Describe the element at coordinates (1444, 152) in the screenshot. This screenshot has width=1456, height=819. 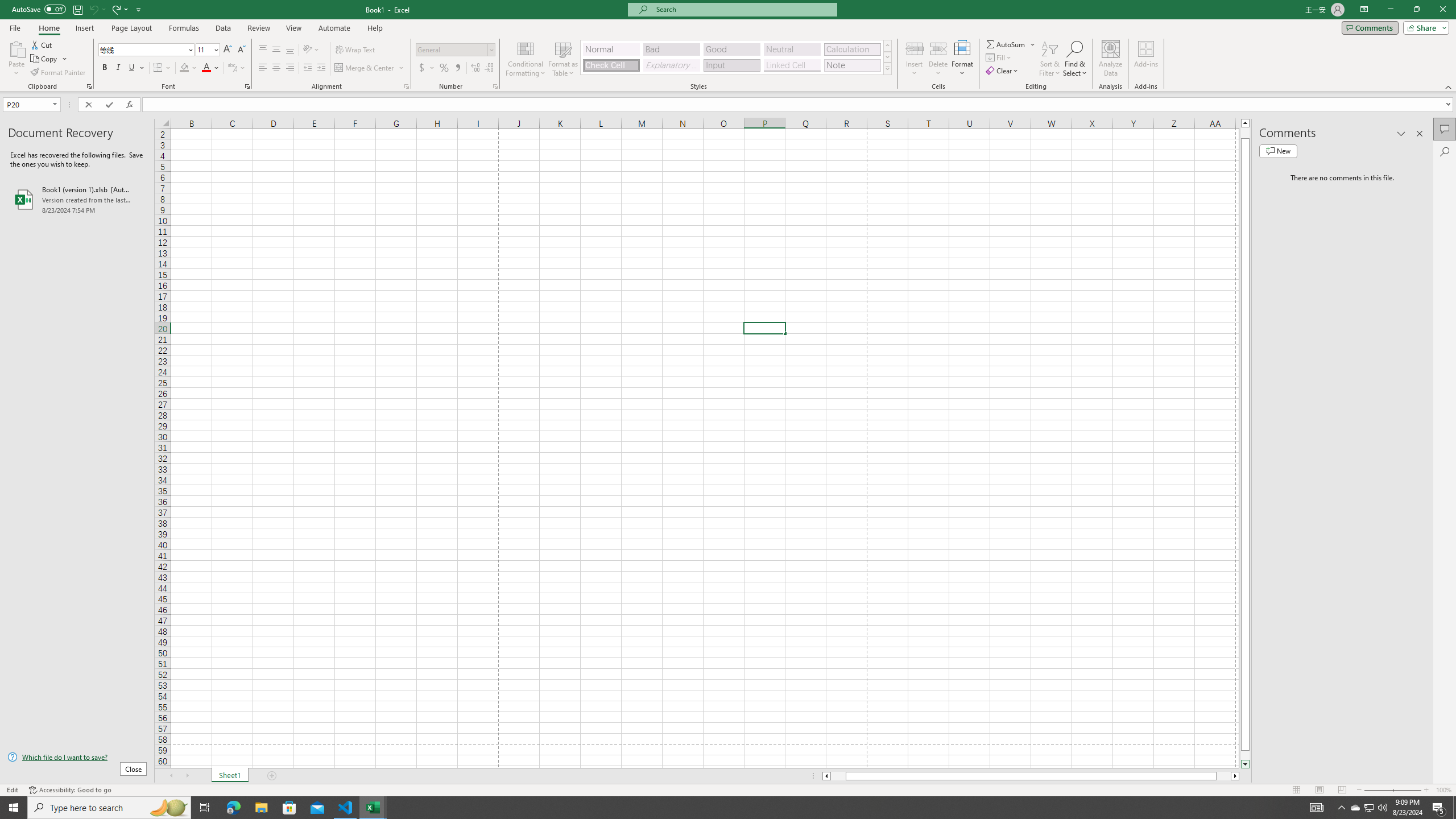
I see `'Search'` at that location.